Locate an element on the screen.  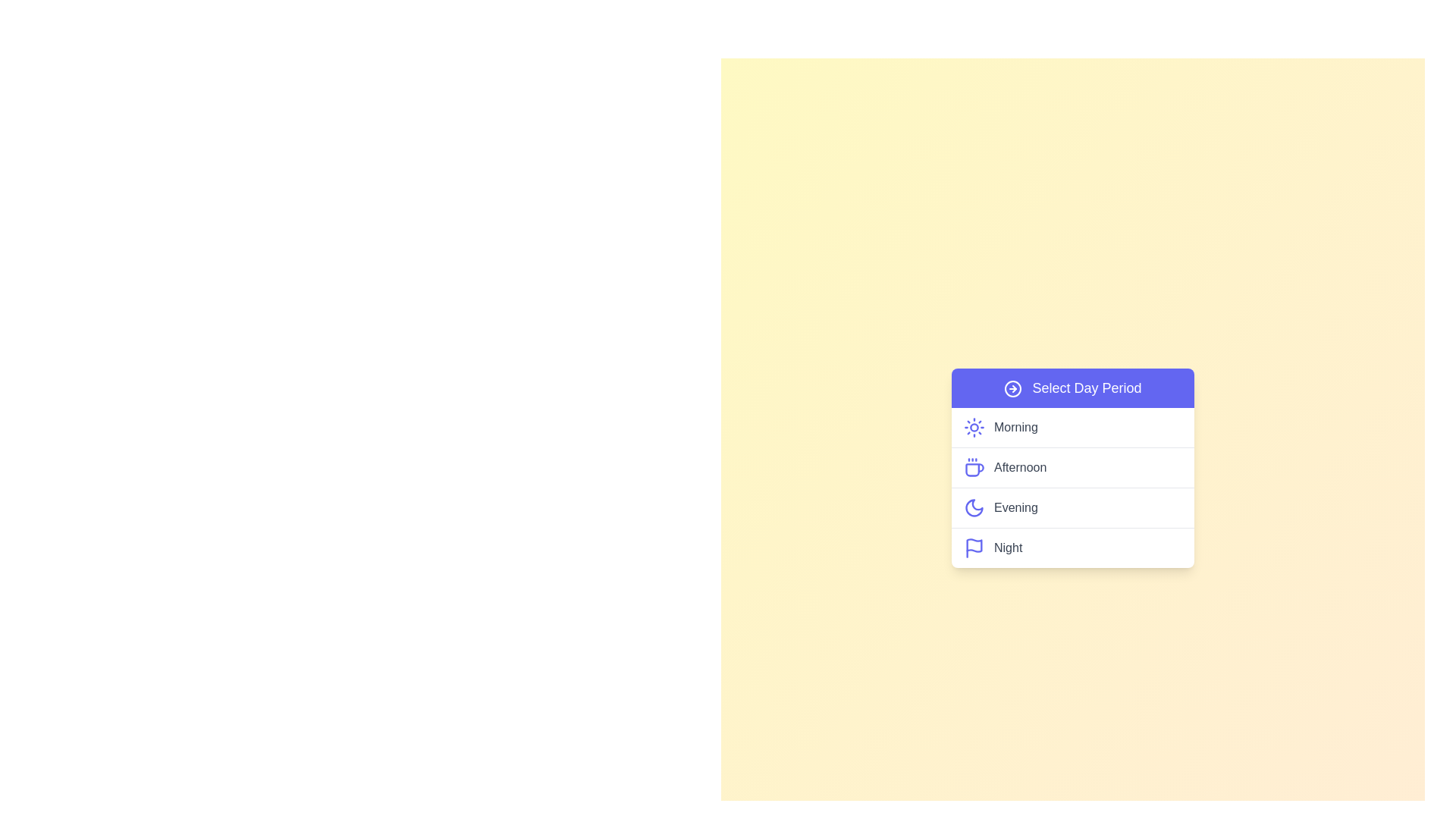
the day period Night from the menu is located at coordinates (1072, 547).